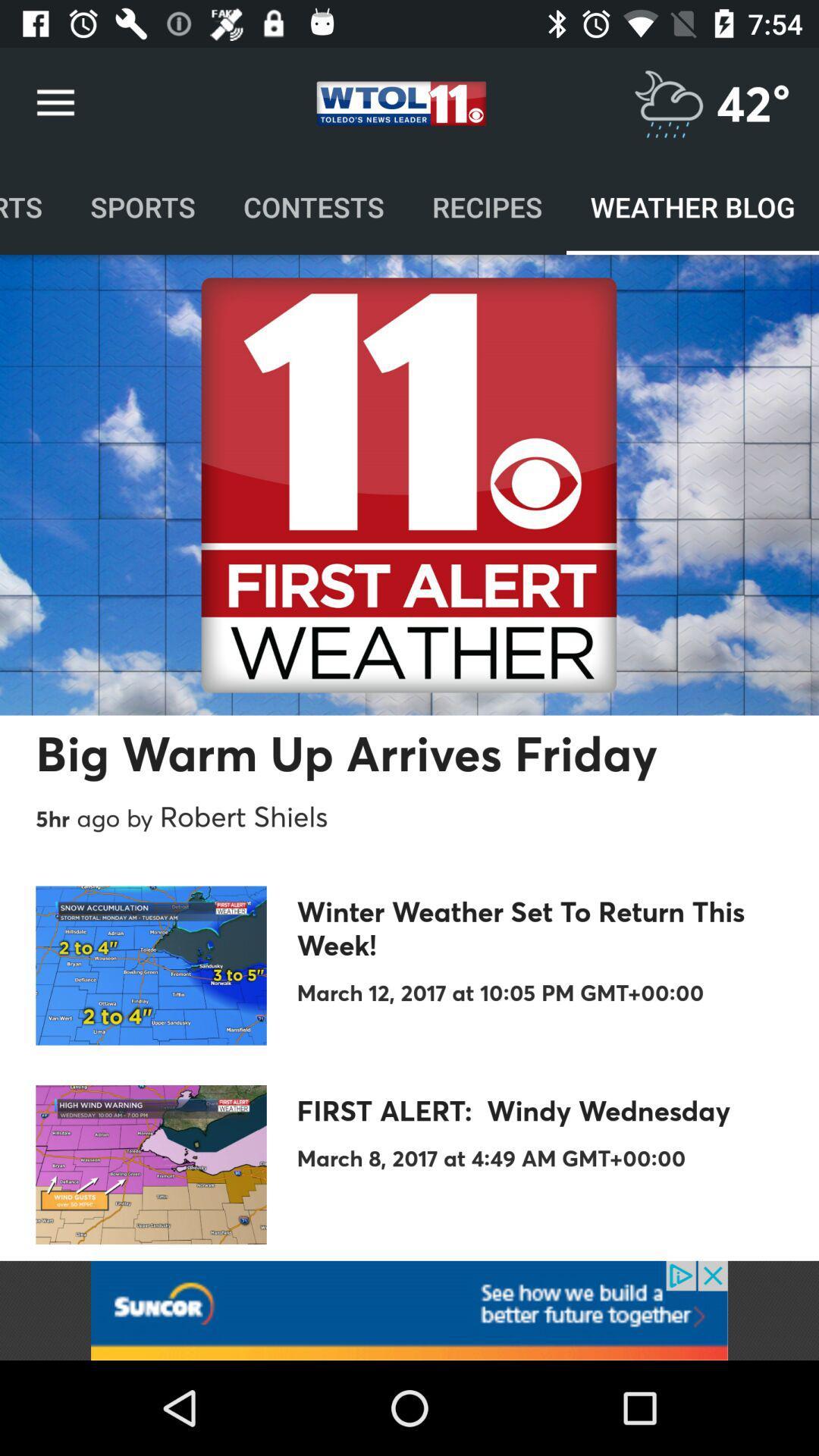 The width and height of the screenshot is (819, 1456). What do you see at coordinates (400, 103) in the screenshot?
I see `the text which is right side of the more options button` at bounding box center [400, 103].